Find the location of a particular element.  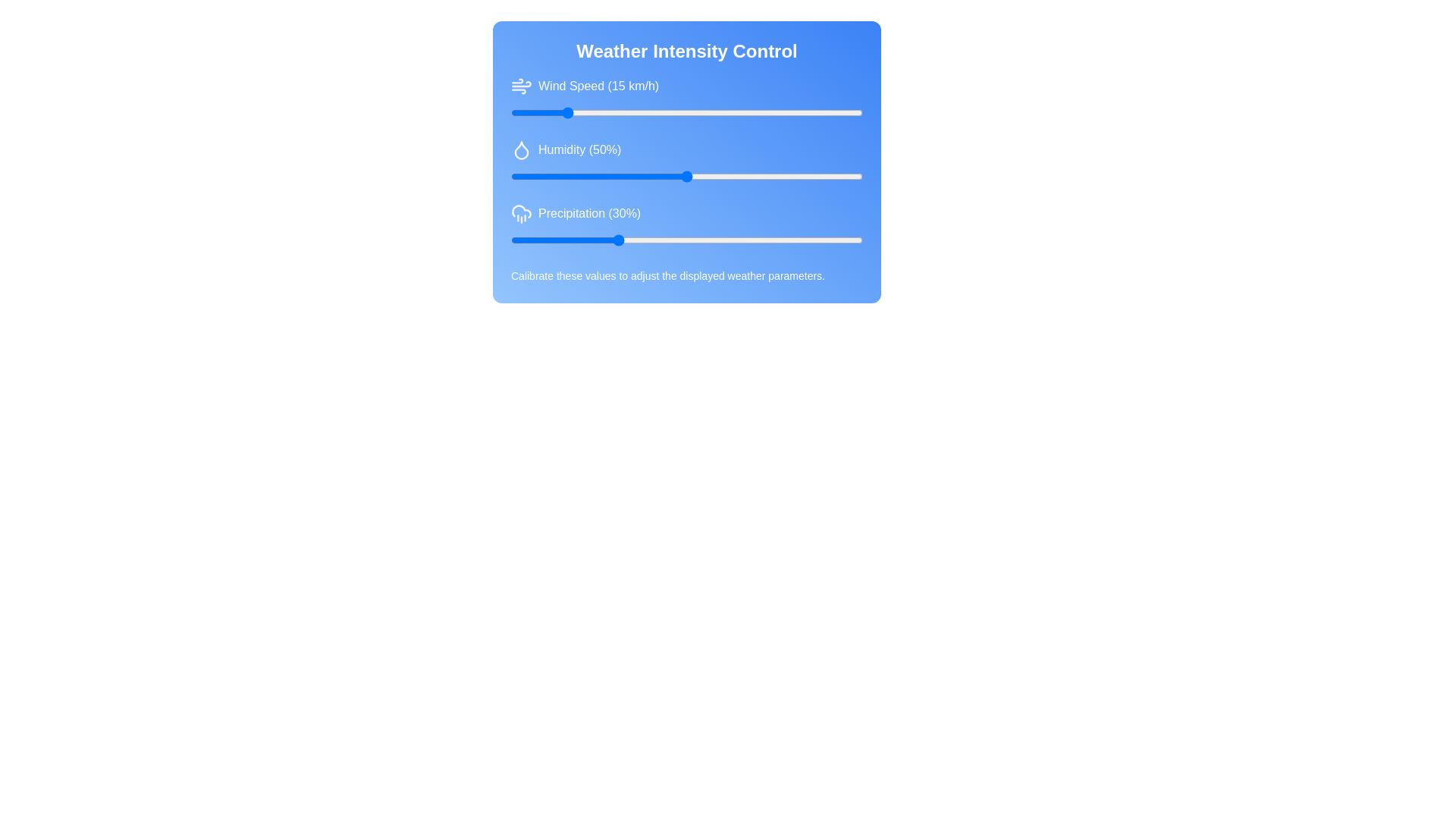

the wind speed is located at coordinates (689, 112).